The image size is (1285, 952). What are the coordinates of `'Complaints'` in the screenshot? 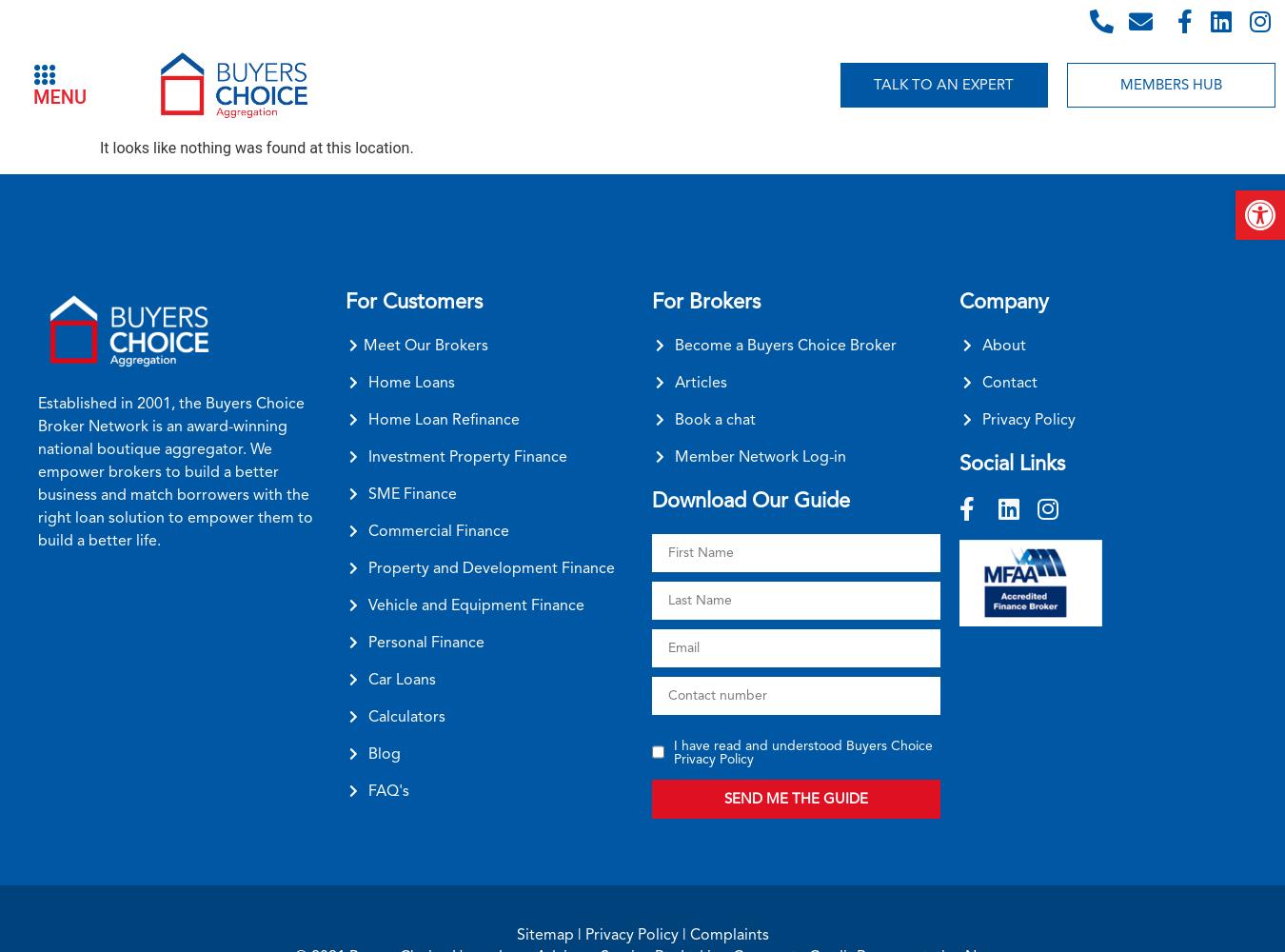 It's located at (727, 932).